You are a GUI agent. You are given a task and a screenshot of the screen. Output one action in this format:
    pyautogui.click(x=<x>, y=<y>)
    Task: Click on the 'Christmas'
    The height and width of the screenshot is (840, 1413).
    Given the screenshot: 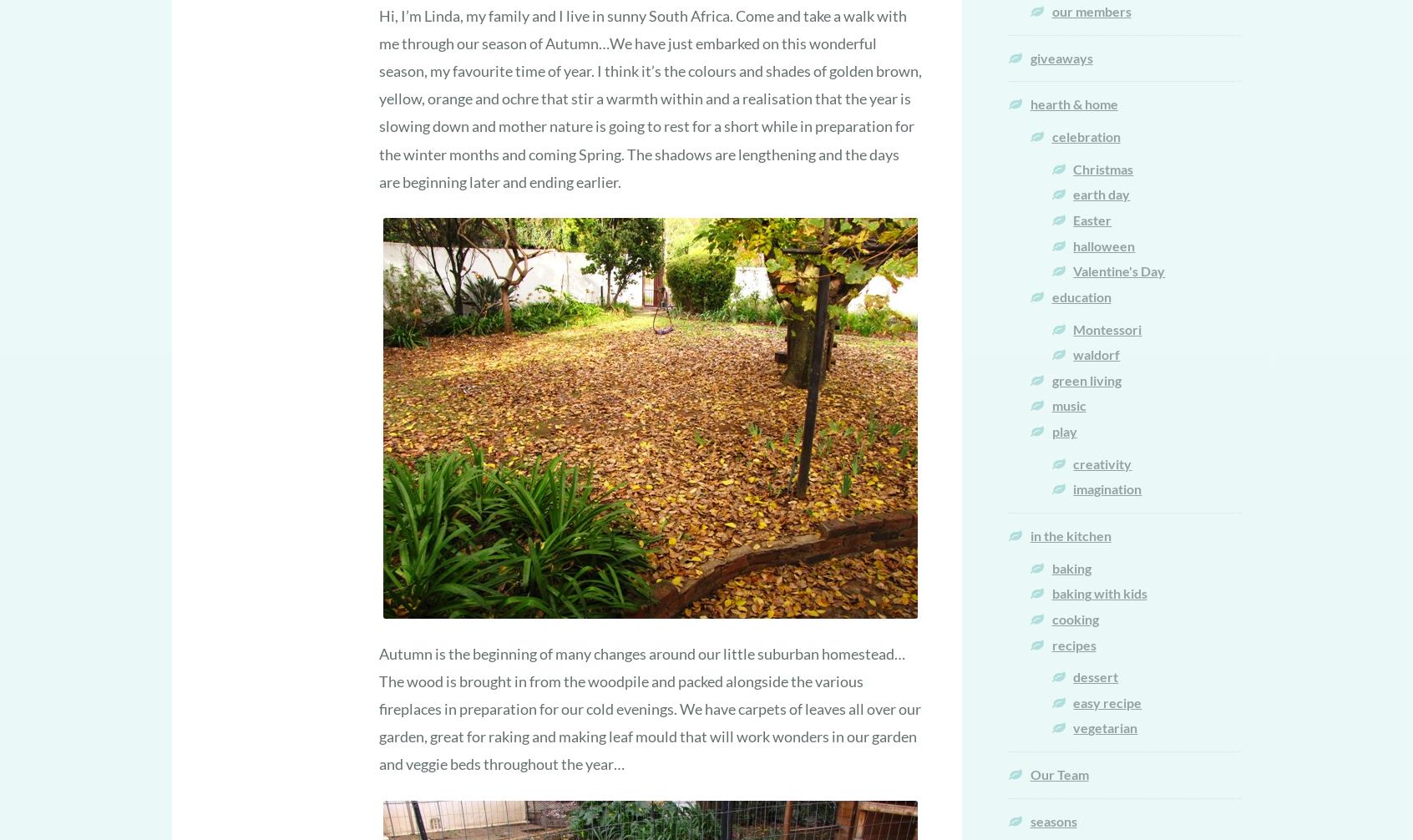 What is the action you would take?
    pyautogui.click(x=1102, y=168)
    